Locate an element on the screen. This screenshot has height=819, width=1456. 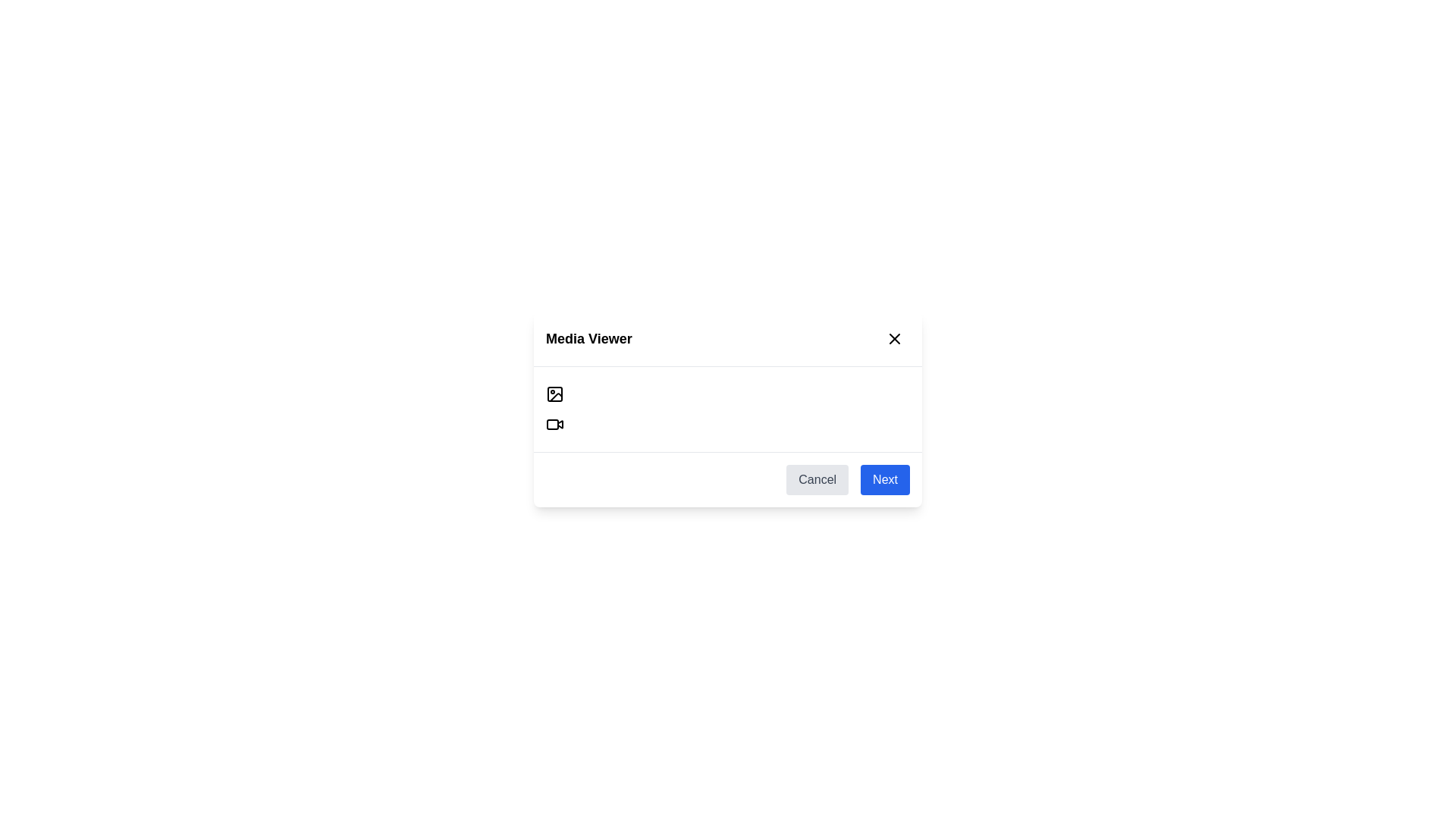
the Close icon located in the top-right corner of the dialog box to visualize the hover effect is located at coordinates (895, 338).